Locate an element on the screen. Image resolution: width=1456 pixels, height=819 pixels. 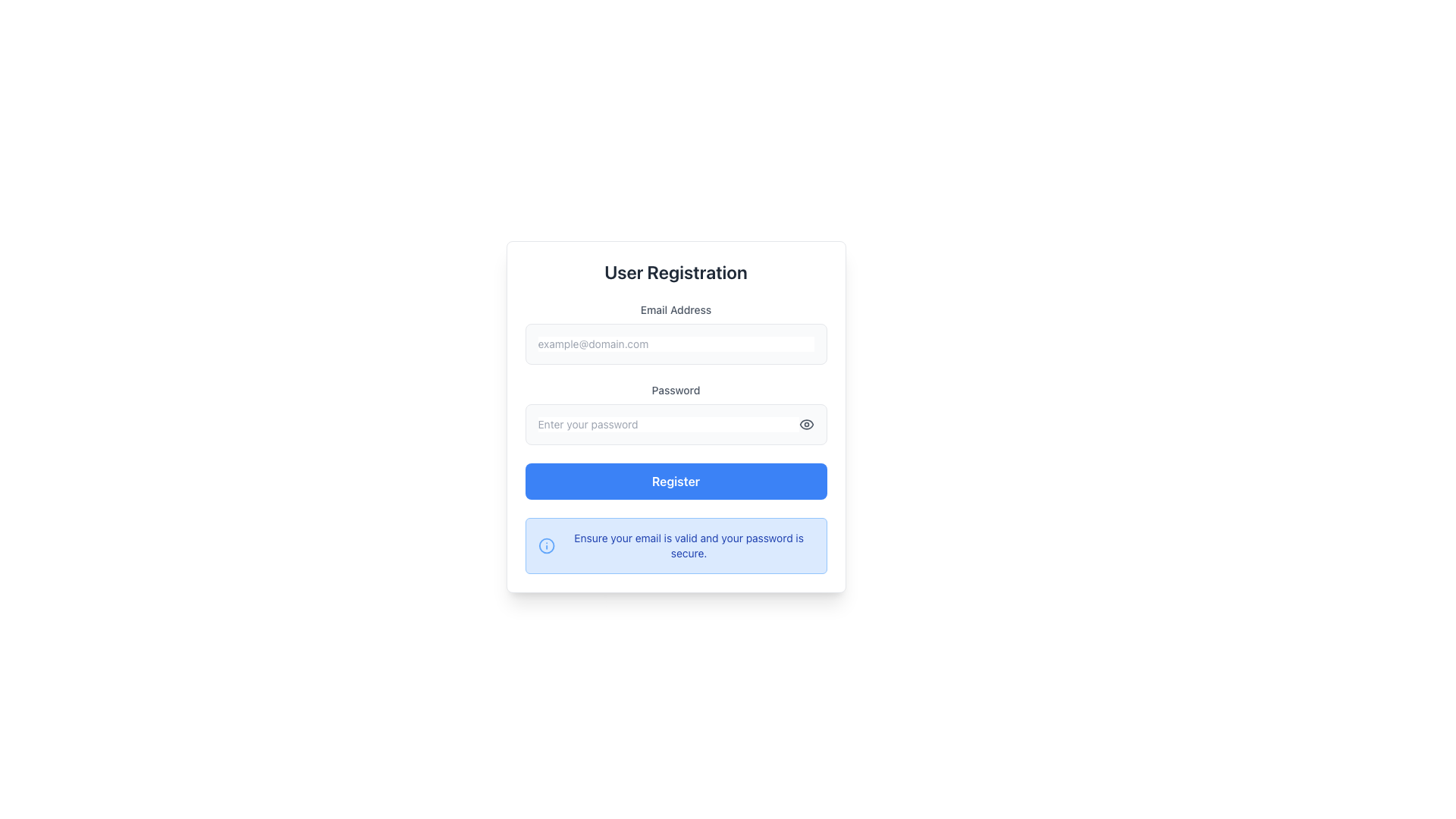
the static text label displaying 'Email Address', which is positioned above the email input field in the form layout is located at coordinates (675, 309).